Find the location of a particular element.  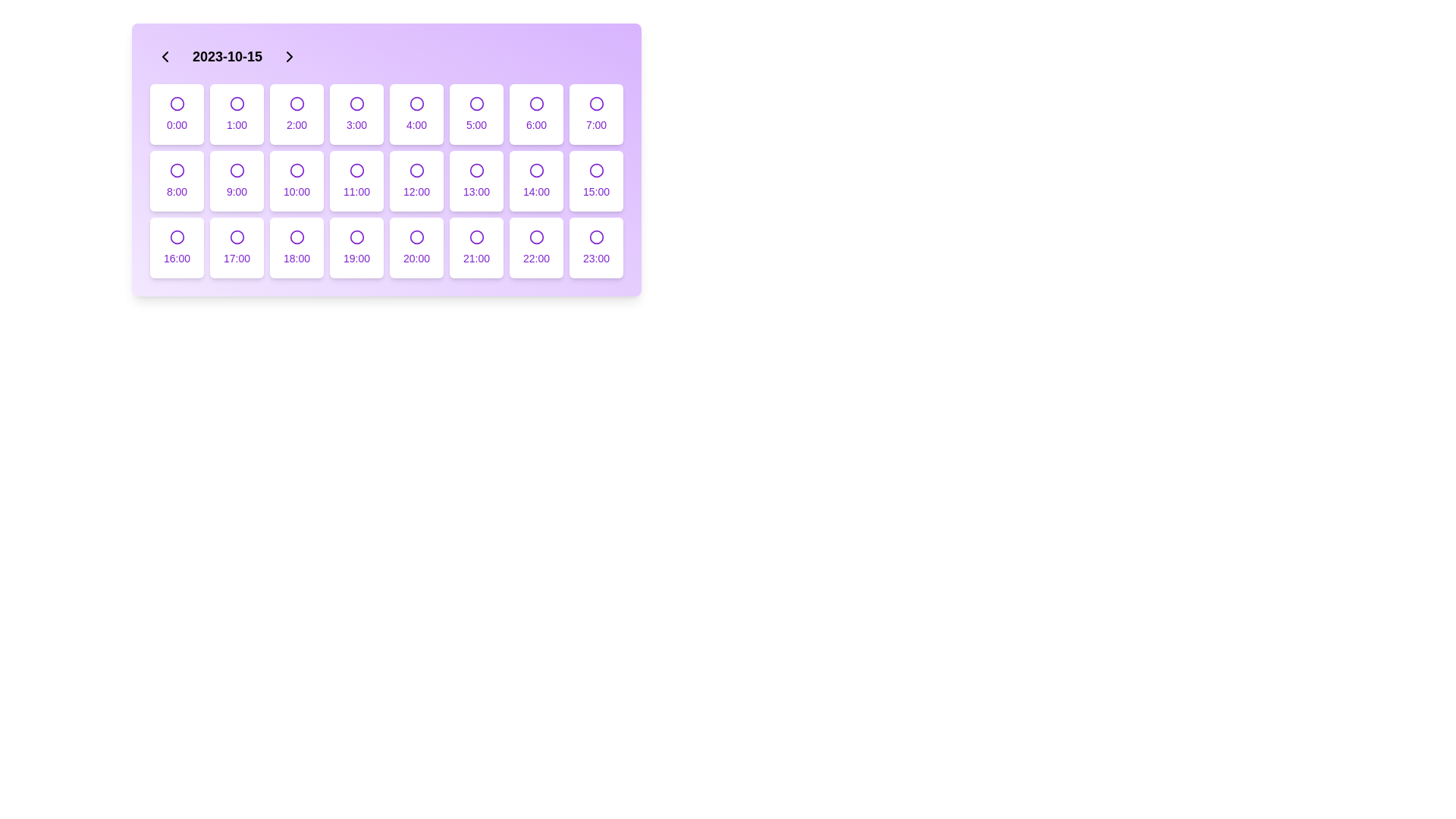

the unselected icon representing the '19:00' time slot in the scheduler component is located at coordinates (356, 237).